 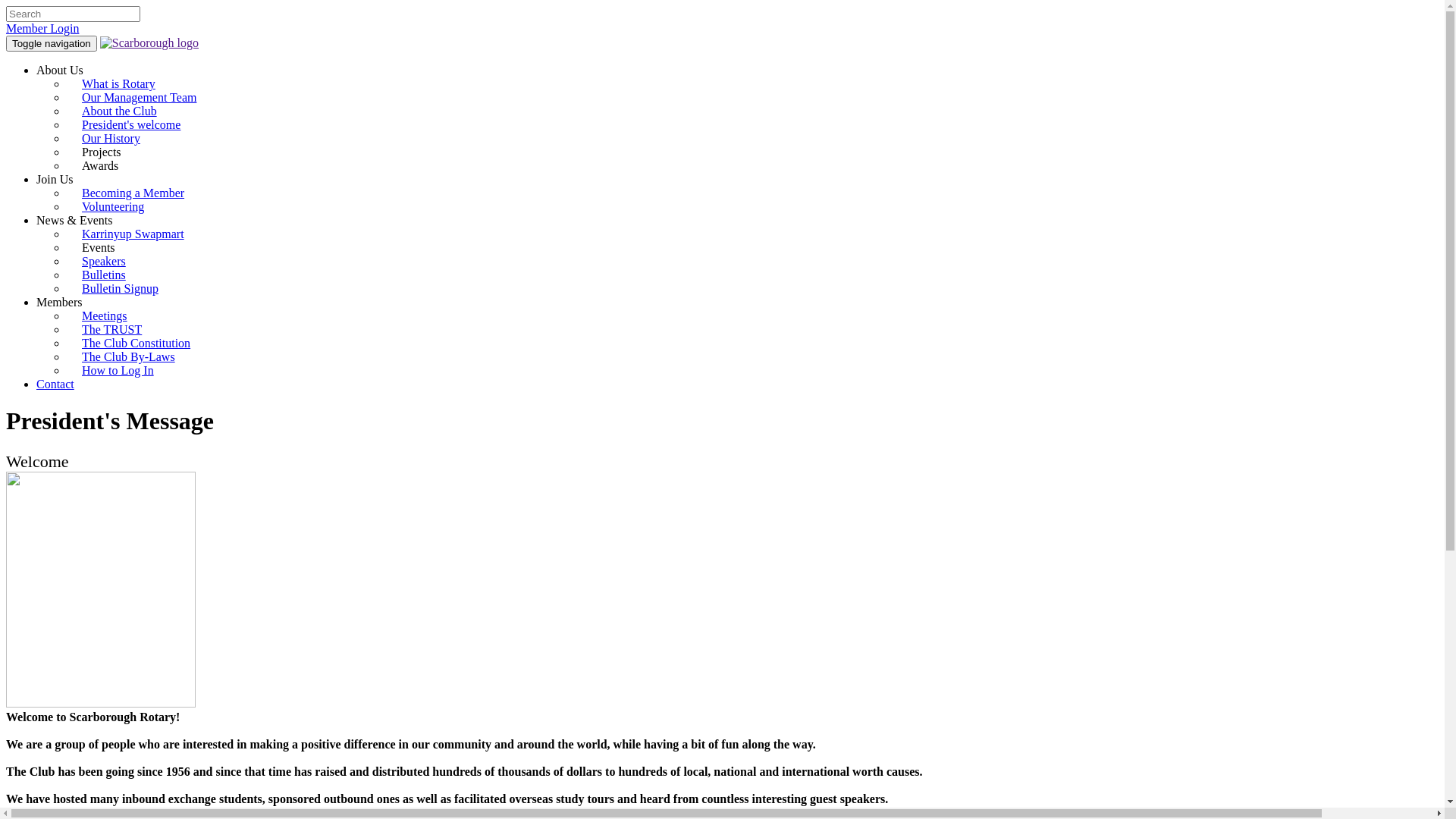 I want to click on 'Our Management Team', so click(x=139, y=97).